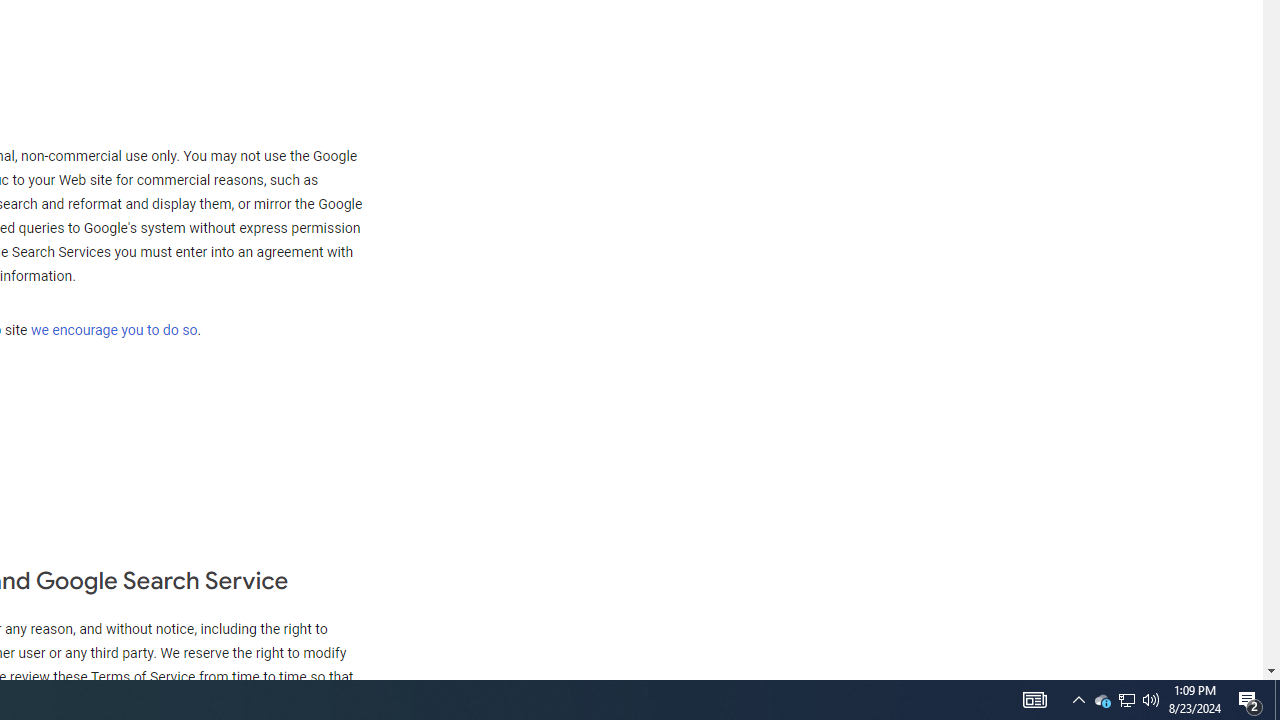  What do you see at coordinates (112, 329) in the screenshot?
I see `'we encourage you to do so'` at bounding box center [112, 329].